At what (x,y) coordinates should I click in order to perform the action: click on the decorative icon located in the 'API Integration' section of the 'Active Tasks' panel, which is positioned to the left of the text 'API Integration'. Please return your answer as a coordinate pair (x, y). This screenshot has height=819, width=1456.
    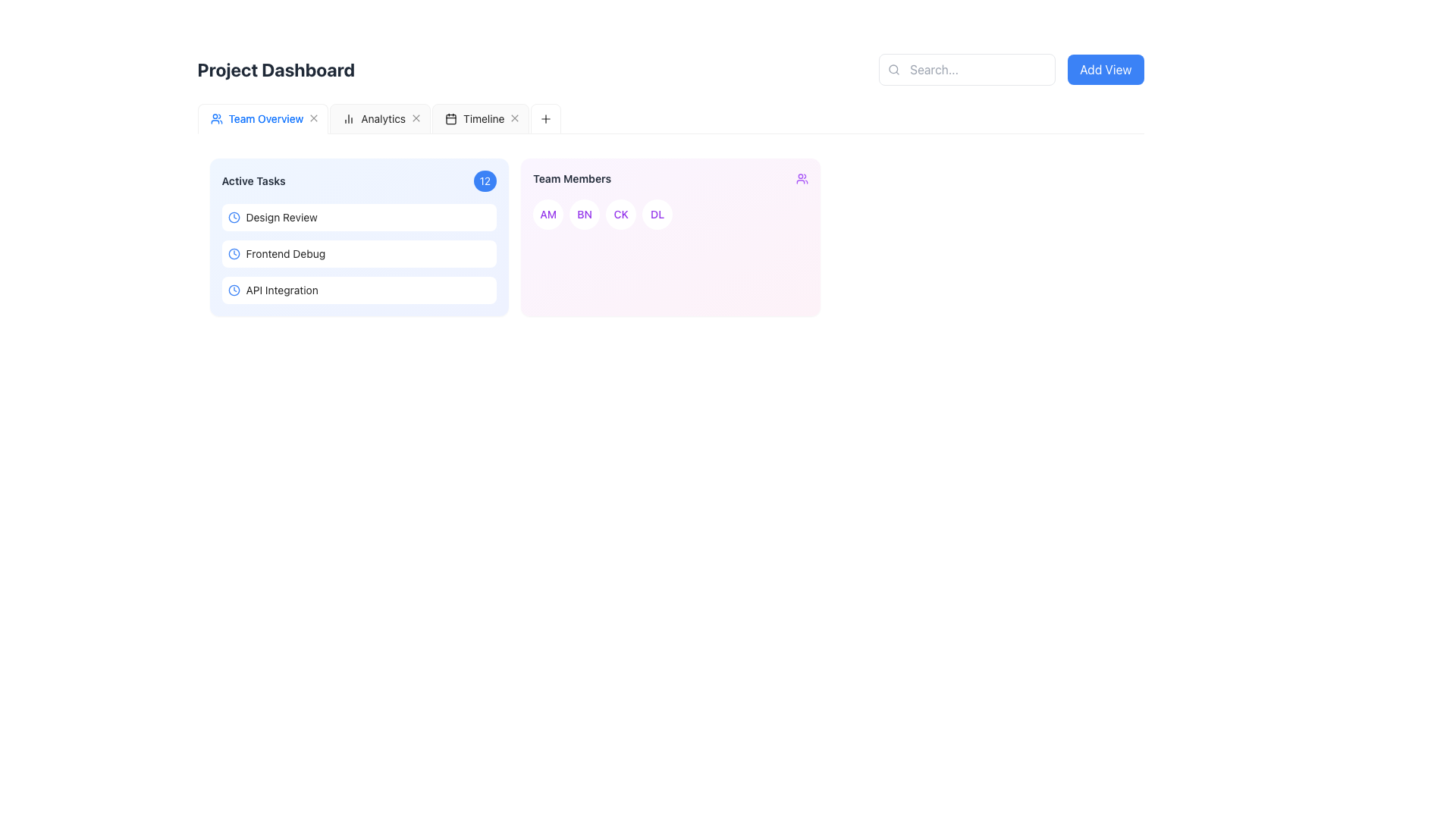
    Looking at the image, I should click on (233, 290).